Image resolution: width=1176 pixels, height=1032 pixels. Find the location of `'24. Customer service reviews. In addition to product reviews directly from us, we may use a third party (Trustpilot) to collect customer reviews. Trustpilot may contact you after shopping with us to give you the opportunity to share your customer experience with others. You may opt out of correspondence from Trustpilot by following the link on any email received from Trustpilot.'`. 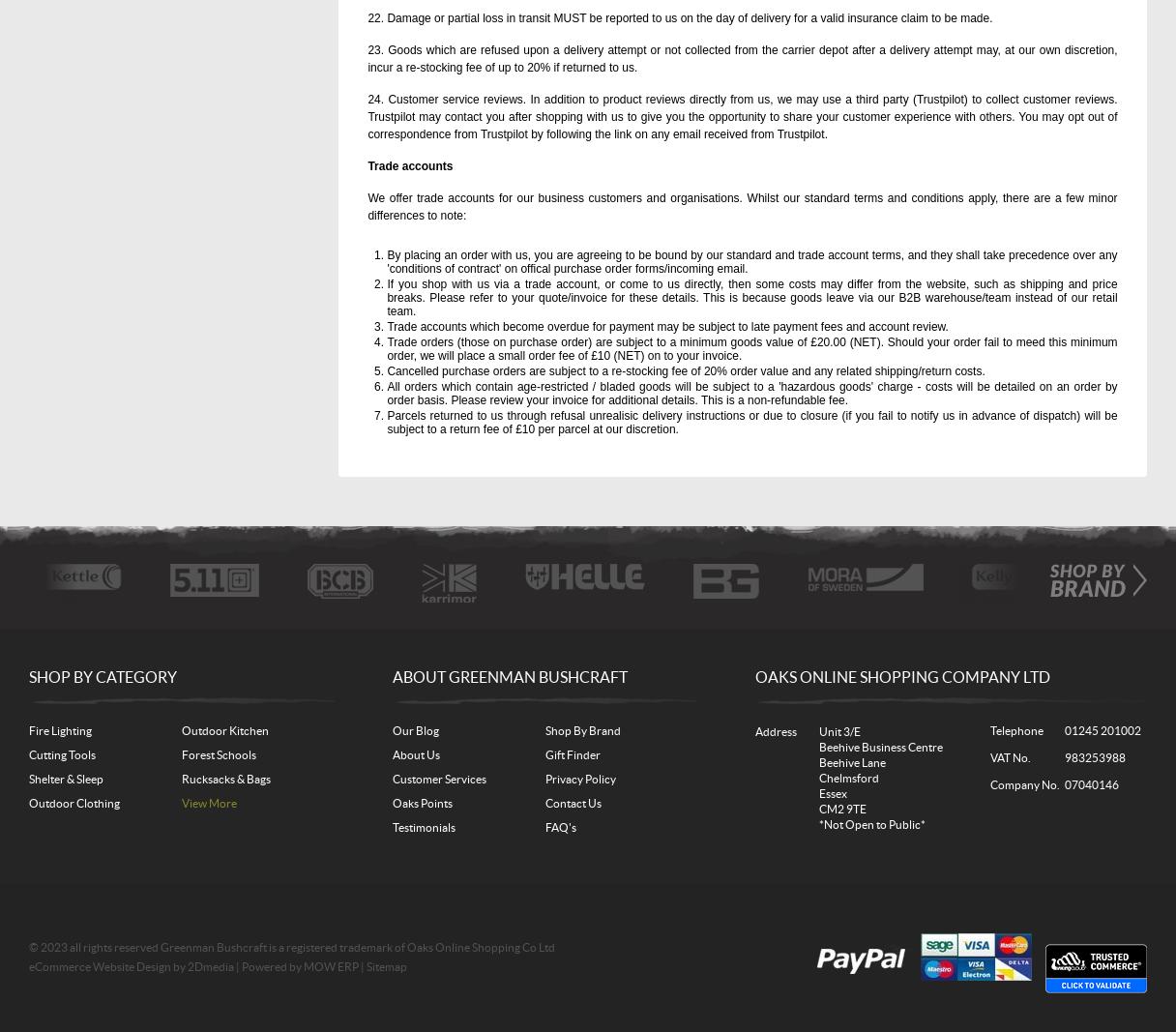

'24. Customer service reviews. In addition to product reviews directly from us, we may use a third party (Trustpilot) to collect customer reviews. Trustpilot may contact you after shopping with us to give you the opportunity to share your customer experience with others. You may opt out of correspondence from Trustpilot by following the link on any email received from Trustpilot.' is located at coordinates (742, 115).